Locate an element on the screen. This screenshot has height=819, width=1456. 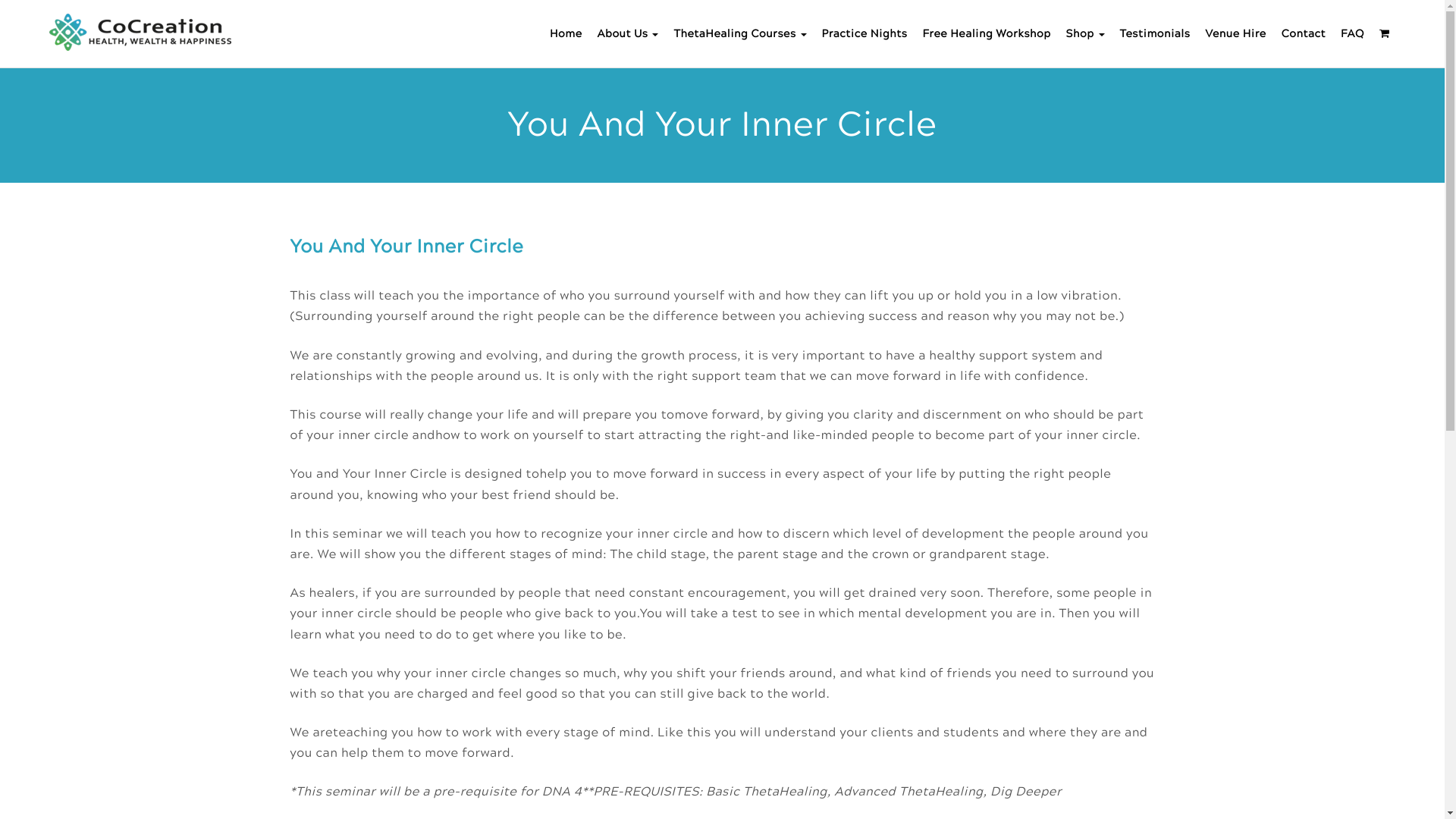
'Contact' is located at coordinates (1302, 32).